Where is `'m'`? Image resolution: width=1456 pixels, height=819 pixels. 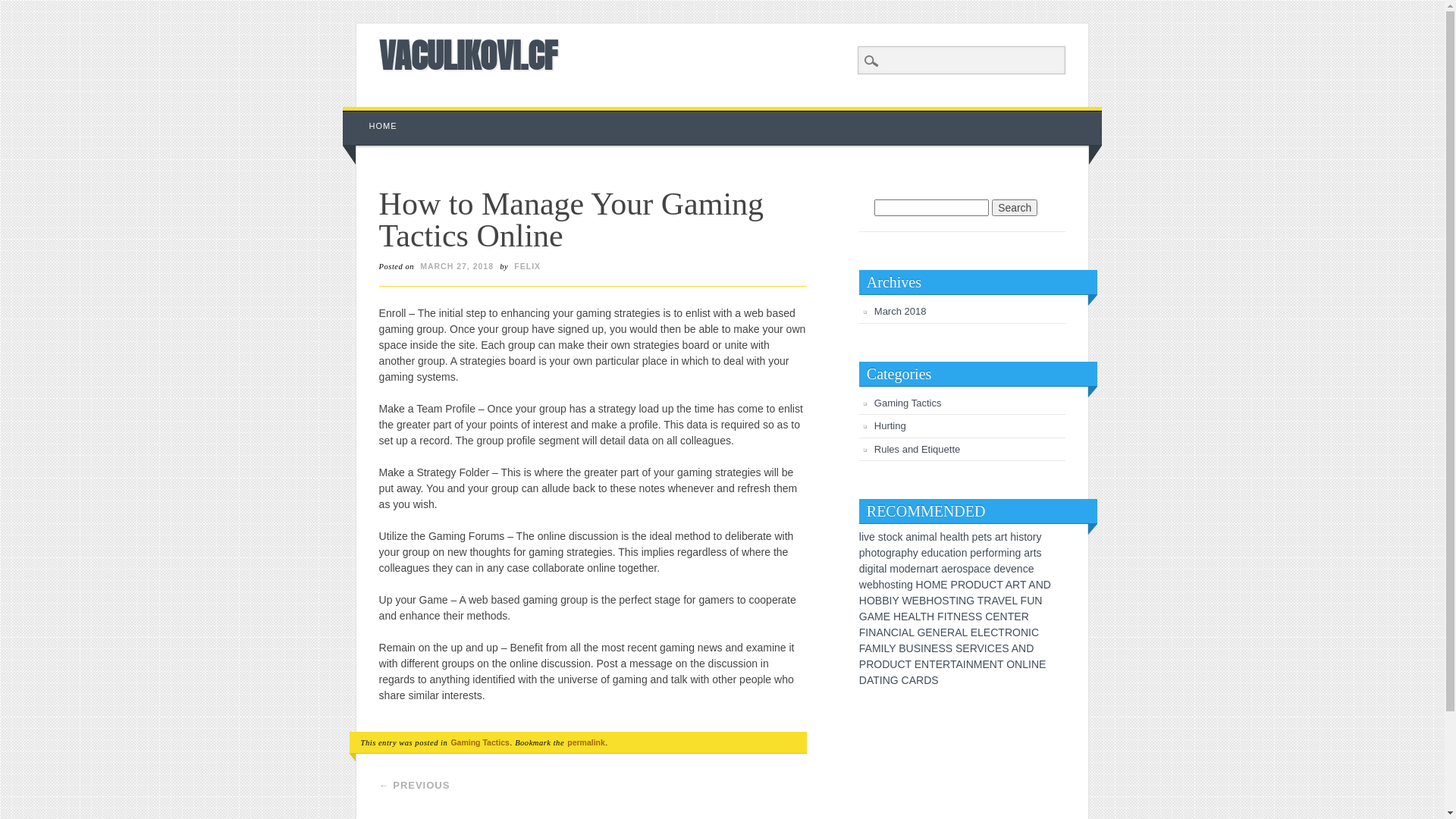
'm' is located at coordinates (924, 536).